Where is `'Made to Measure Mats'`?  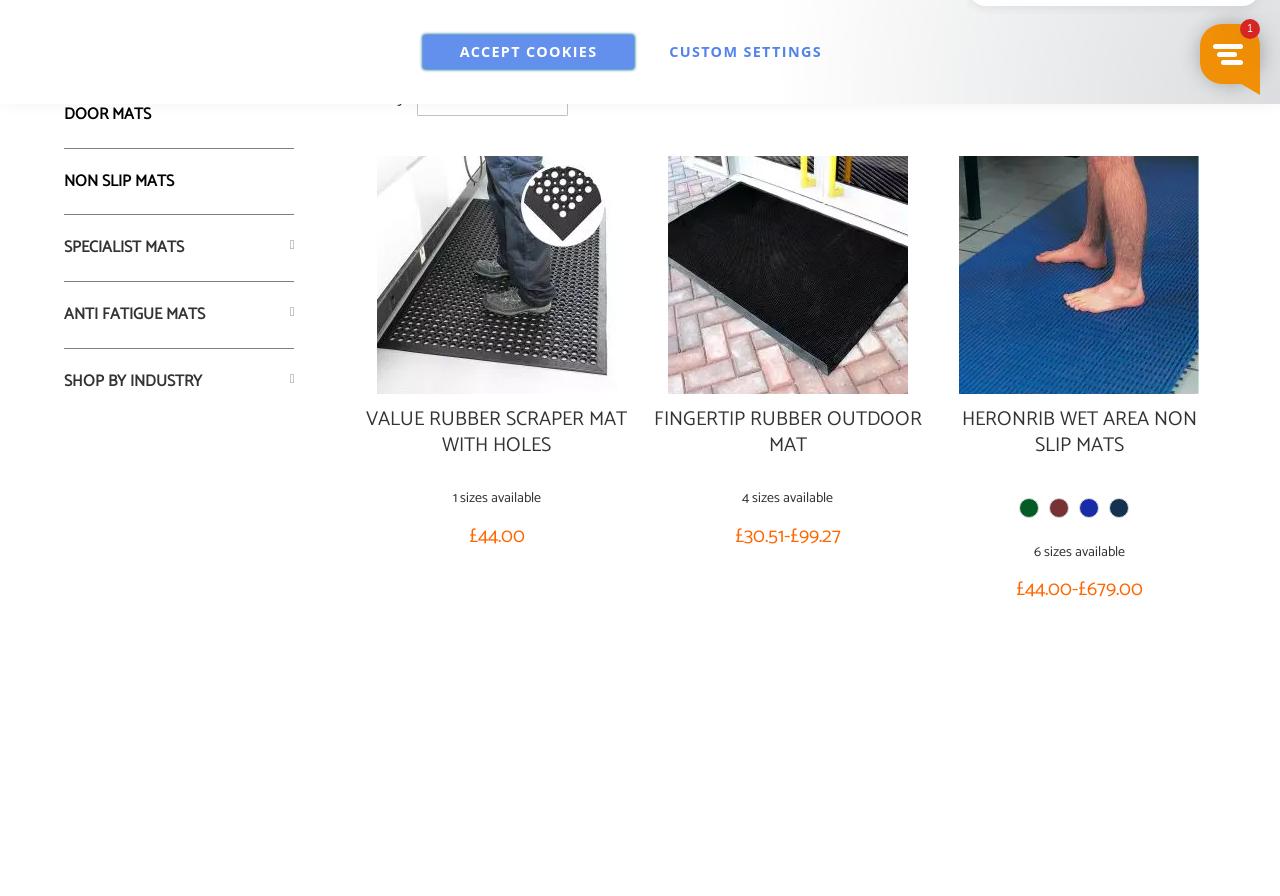
'Made to Measure Mats' is located at coordinates (64, 47).